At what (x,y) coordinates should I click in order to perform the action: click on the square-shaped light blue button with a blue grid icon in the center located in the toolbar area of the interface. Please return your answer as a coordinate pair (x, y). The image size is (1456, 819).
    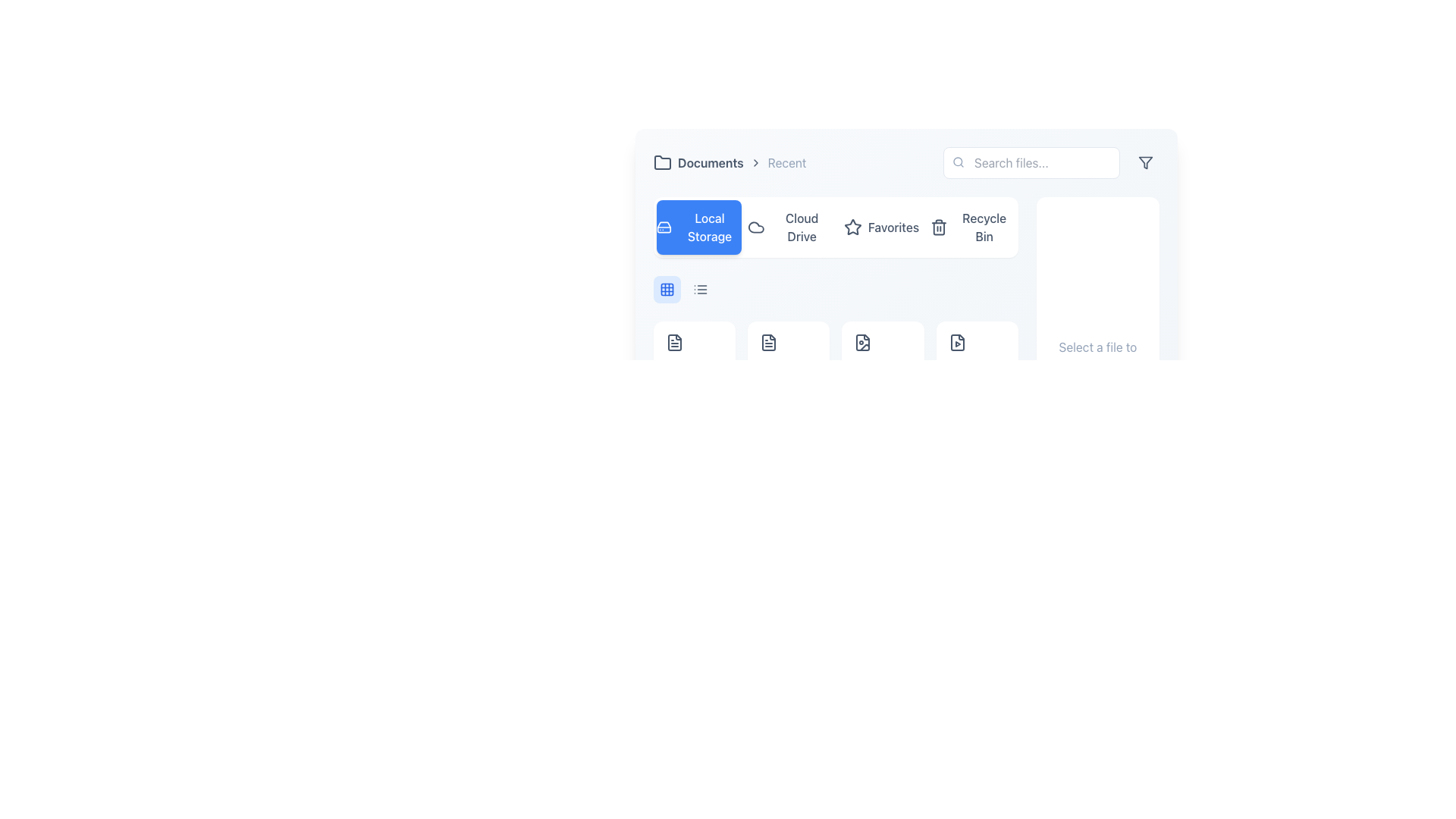
    Looking at the image, I should click on (667, 289).